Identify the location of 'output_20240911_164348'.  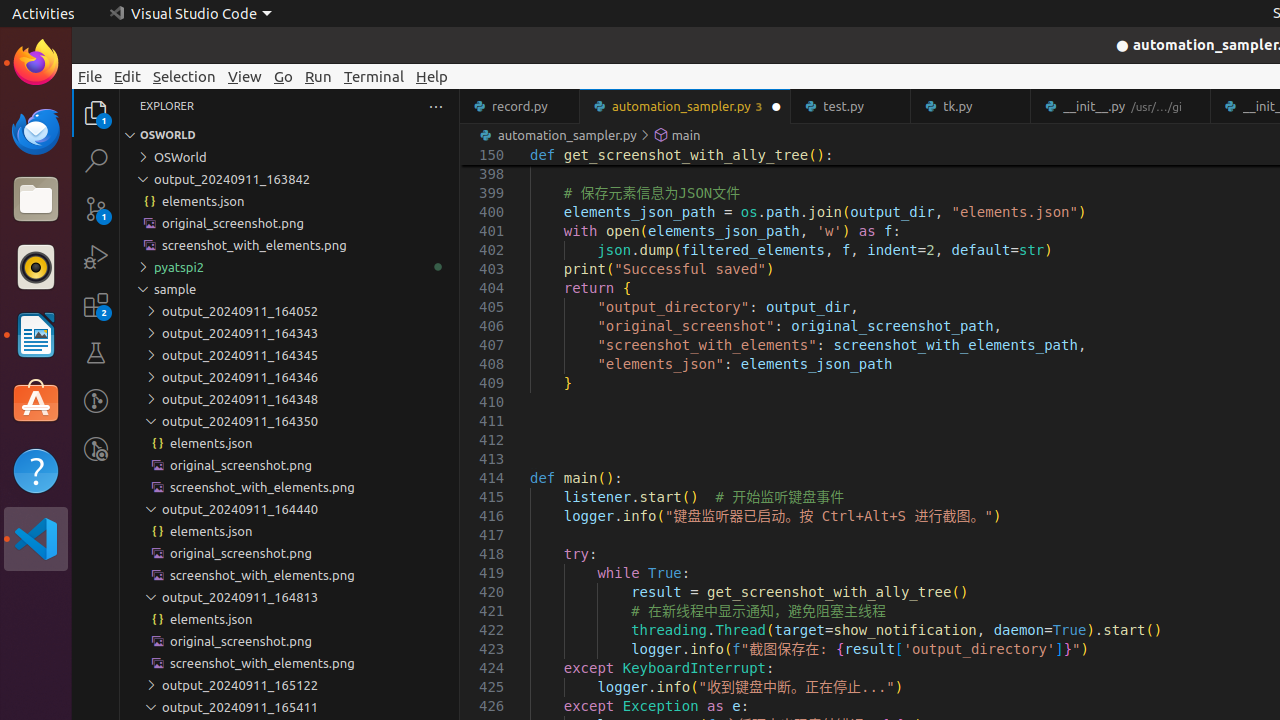
(288, 399).